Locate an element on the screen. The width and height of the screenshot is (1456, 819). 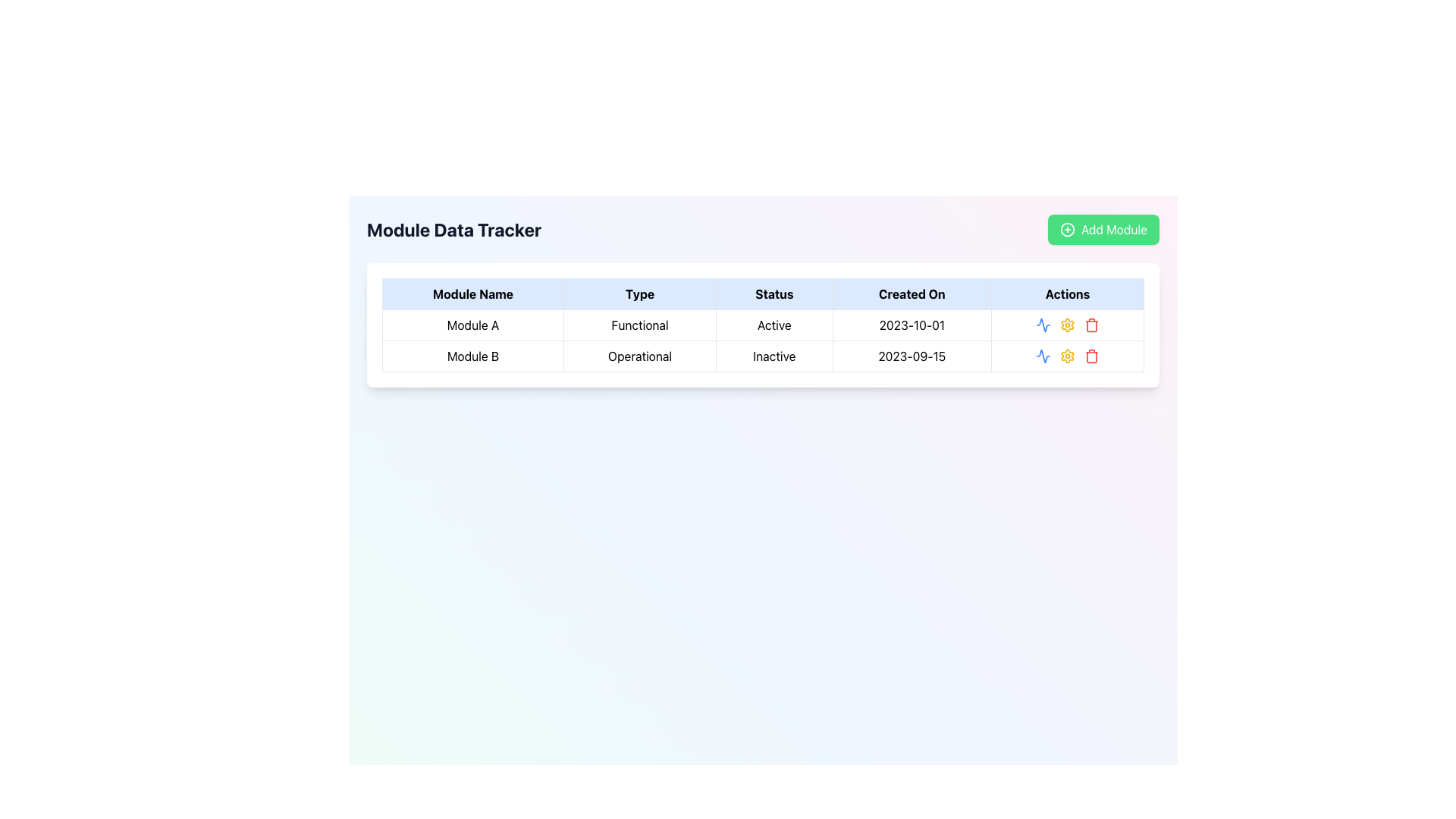
the settings icon button located in the actions column of the second row in the 'Module Data Tracker' table, specifically the third icon to the right of the blue heart-shaped icon and to the left of the red trash bin icon is located at coordinates (1066, 324).